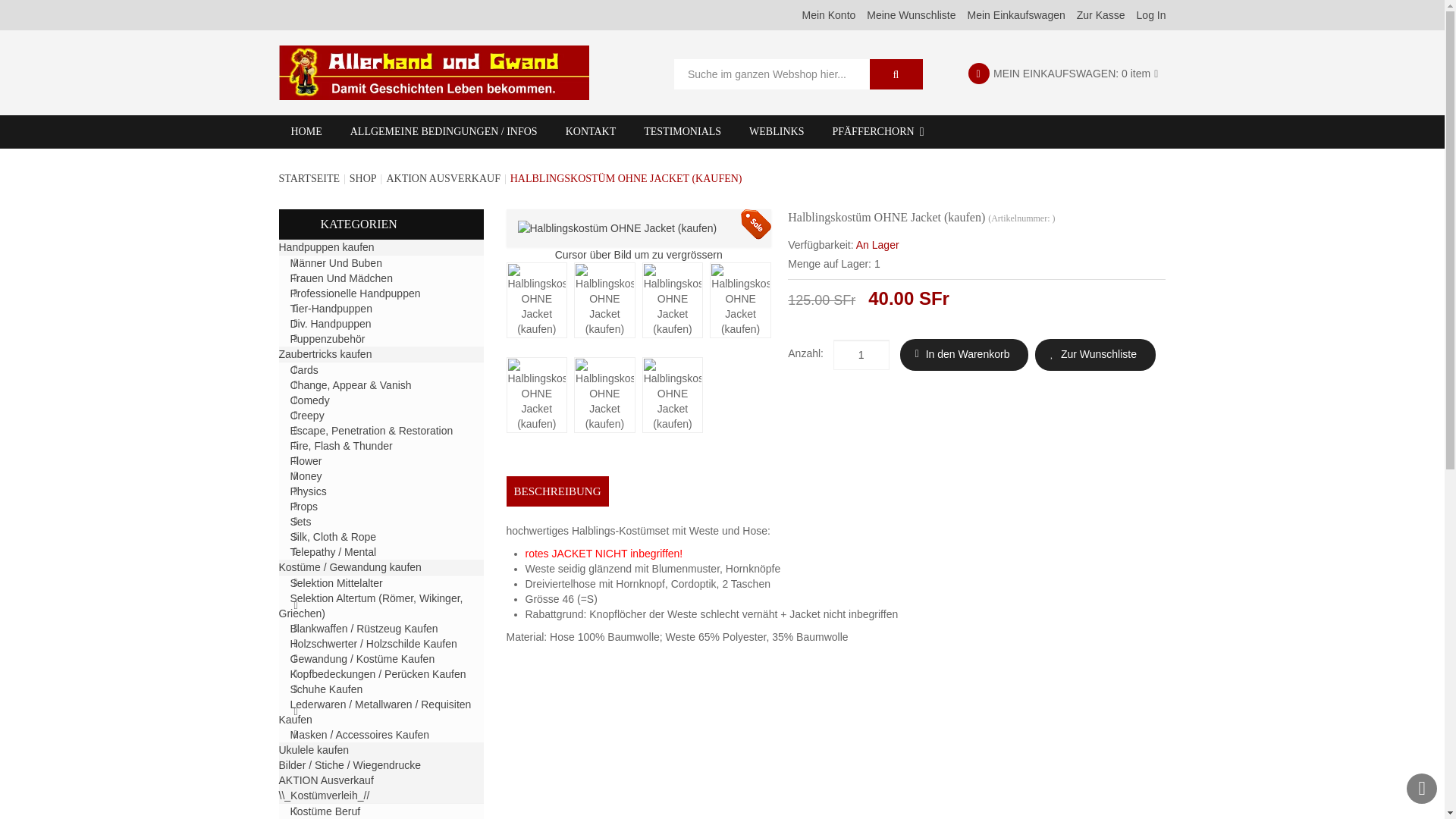 The height and width of the screenshot is (819, 1456). What do you see at coordinates (290, 491) in the screenshot?
I see `'Physics'` at bounding box center [290, 491].